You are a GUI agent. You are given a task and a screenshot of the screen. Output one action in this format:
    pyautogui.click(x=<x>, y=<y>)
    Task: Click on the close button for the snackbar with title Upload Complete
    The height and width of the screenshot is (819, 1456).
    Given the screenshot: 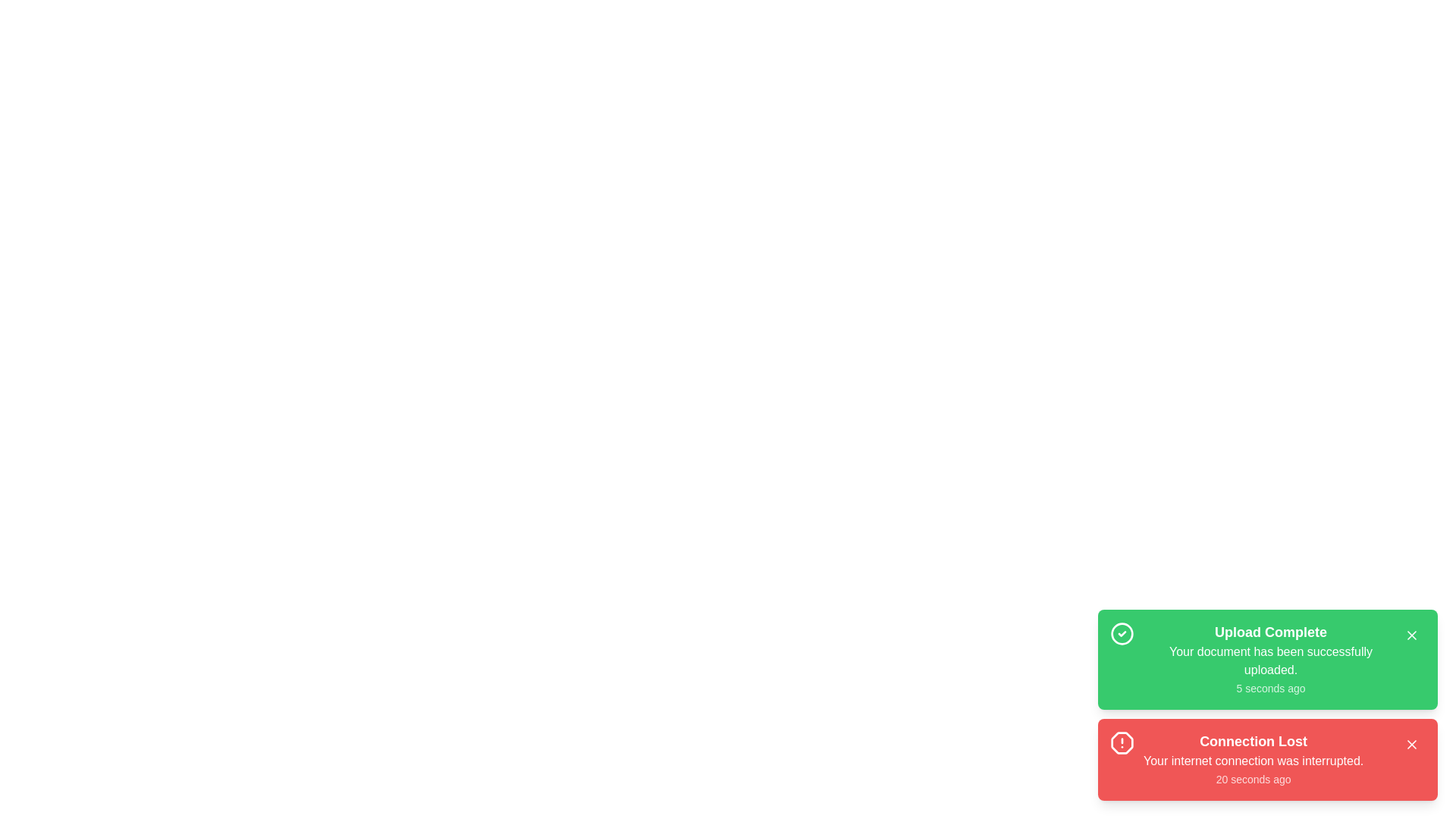 What is the action you would take?
    pyautogui.click(x=1411, y=635)
    